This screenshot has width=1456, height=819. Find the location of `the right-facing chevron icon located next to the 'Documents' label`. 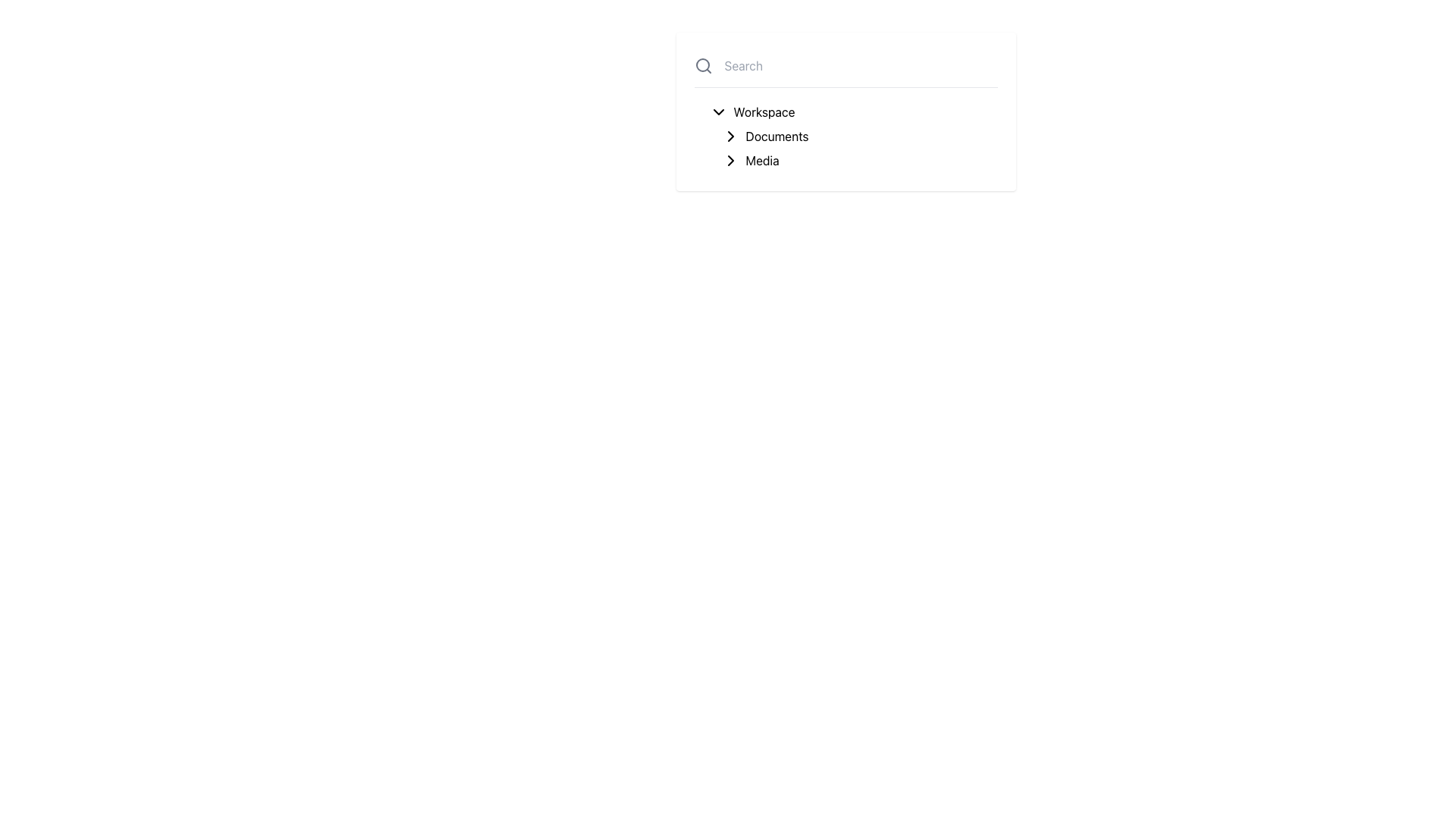

the right-facing chevron icon located next to the 'Documents' label is located at coordinates (730, 136).